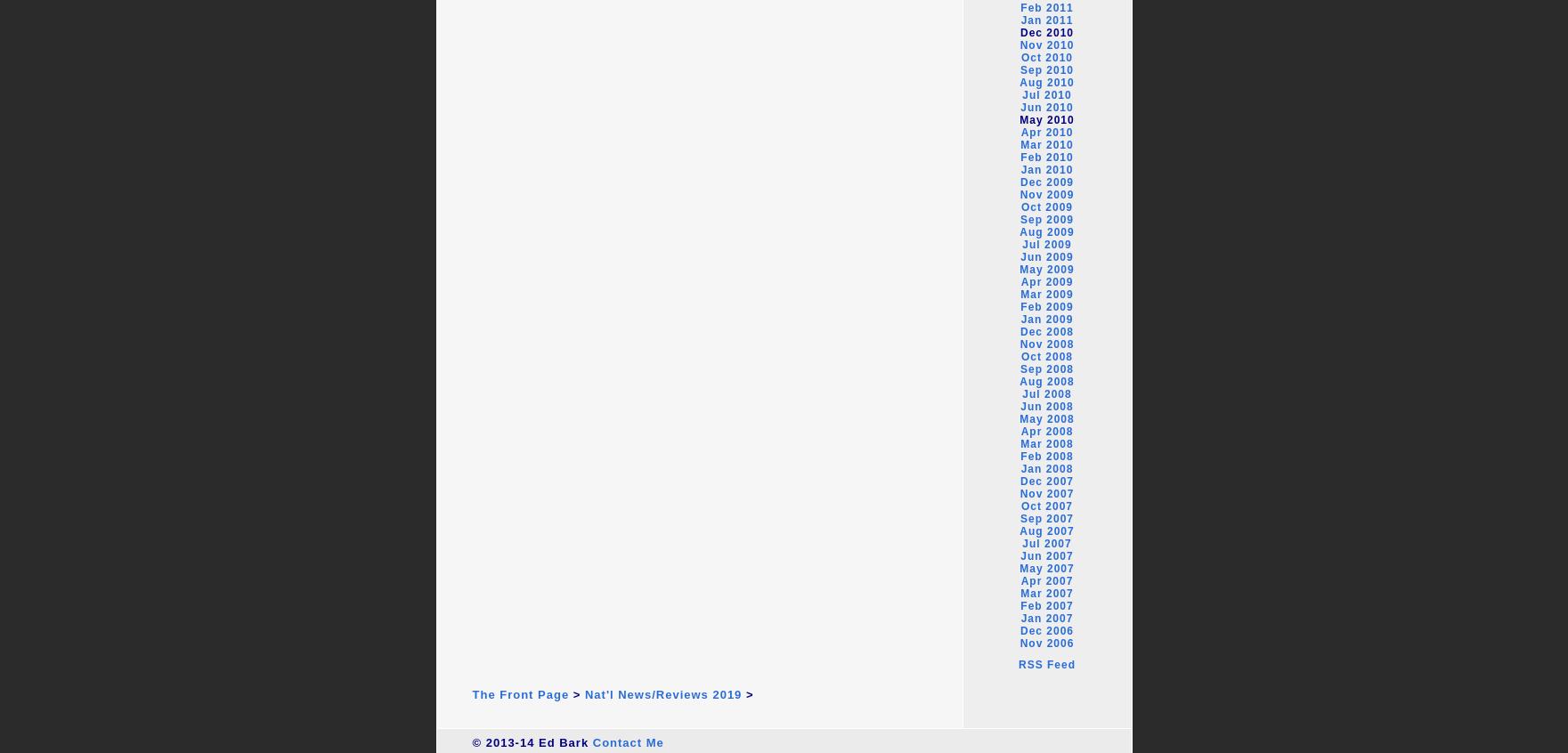 This screenshot has width=1568, height=753. What do you see at coordinates (1046, 431) in the screenshot?
I see `'Apr 2008'` at bounding box center [1046, 431].